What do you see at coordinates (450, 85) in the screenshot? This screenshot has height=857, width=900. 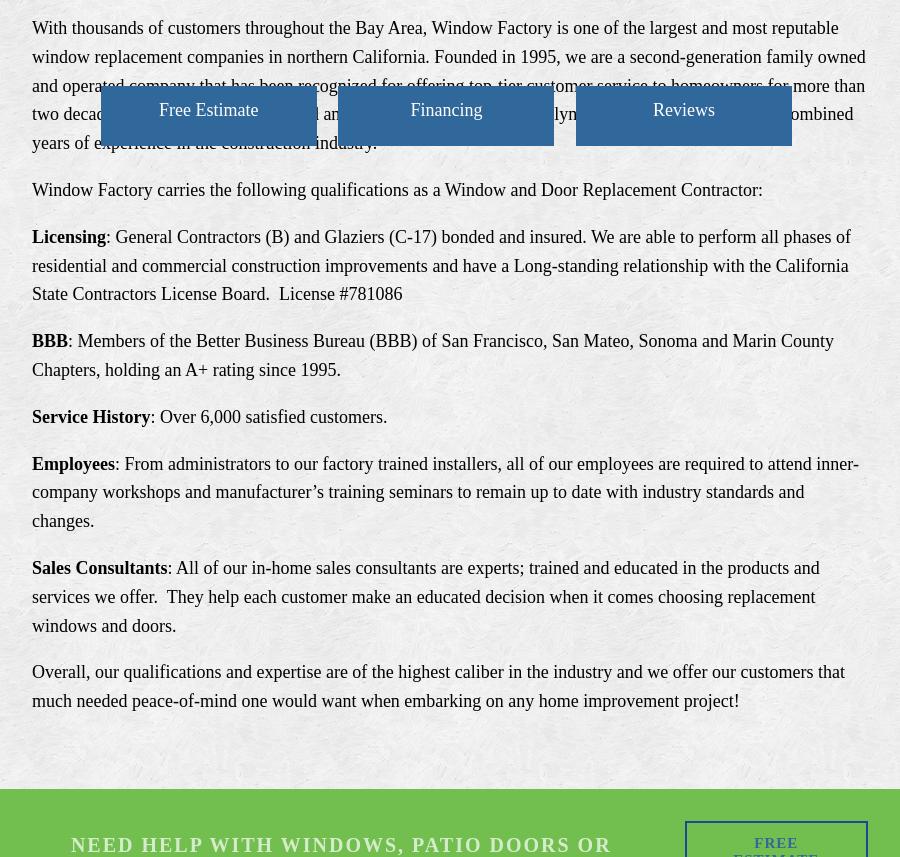 I see `'With thousands of customers throughout the Bay Area, Window Factory is one of the largest and most reputable window replacement companies in northern California. Founded in 1995, we are a second-generation family owned and operated company that has been recognized for offering top-tier customer service to homeowners for more than two decades. Window Factory is owned and managed by two sisters, Jaclyn and Rachel, whom offer 35 combined years of experience in the construction industry.'` at bounding box center [450, 85].